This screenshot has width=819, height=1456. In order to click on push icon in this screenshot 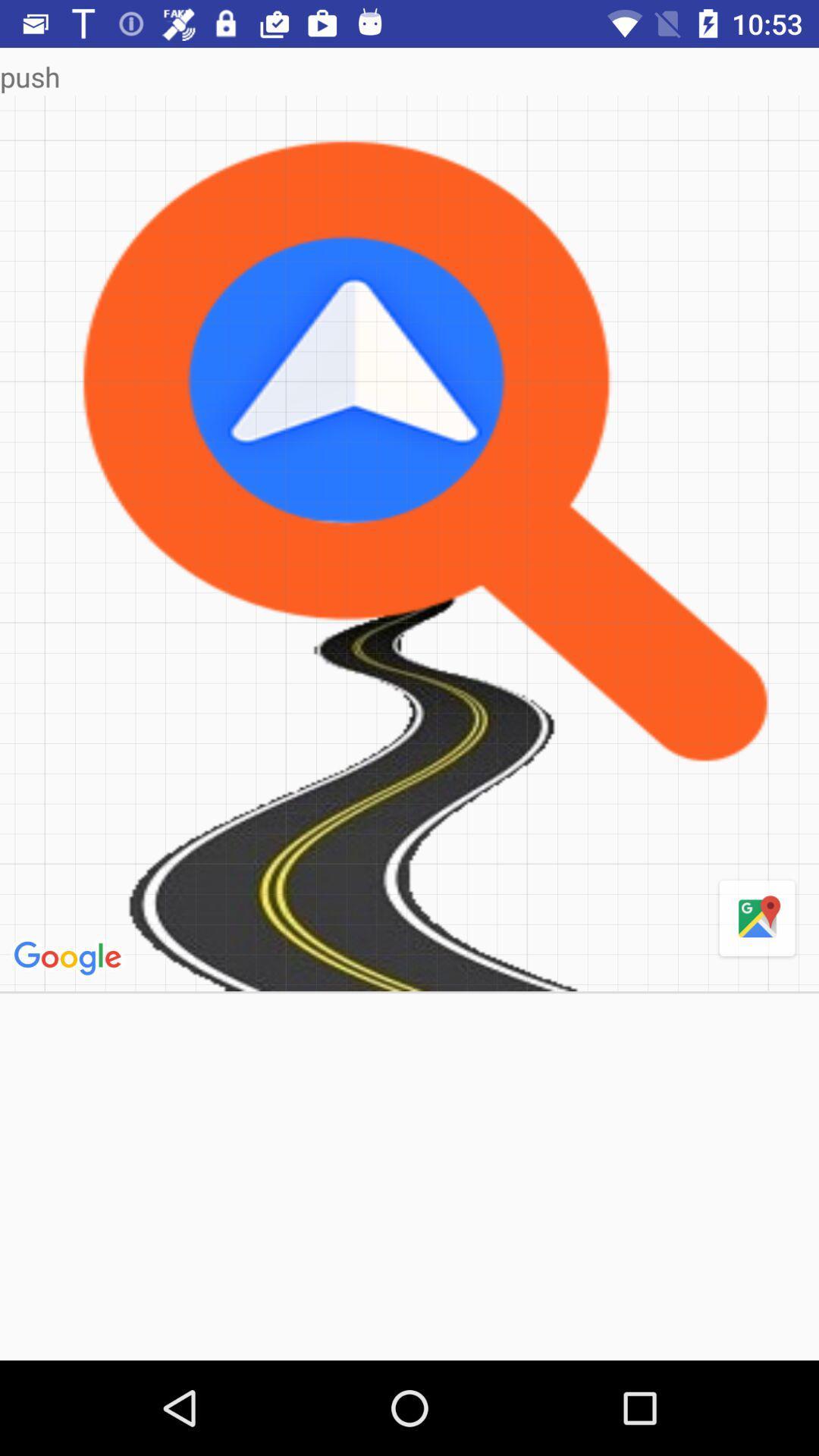, I will do `click(409, 76)`.